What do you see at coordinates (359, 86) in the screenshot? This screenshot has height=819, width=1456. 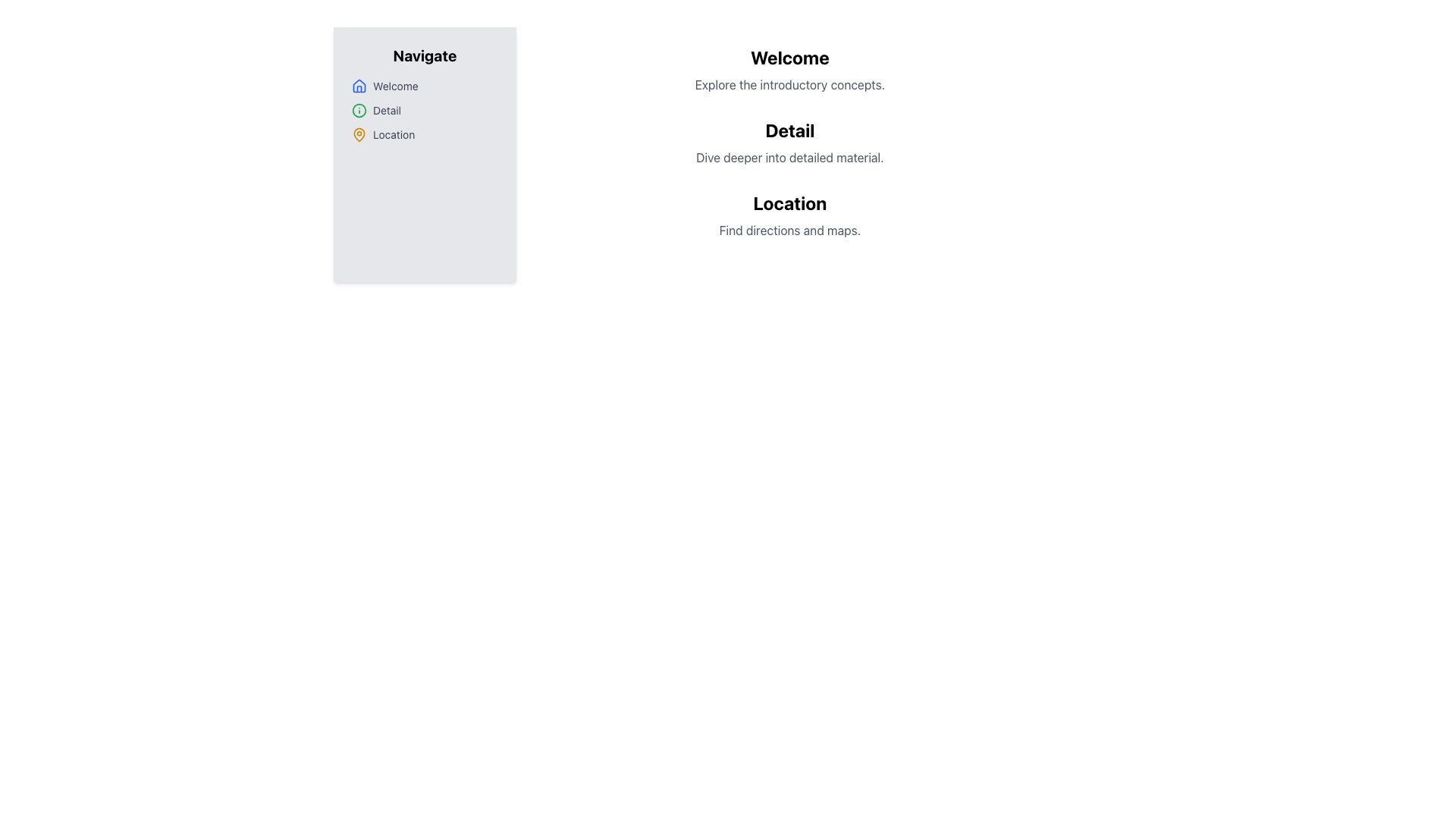 I see `the blue house silhouette icon in the sidebar navigation menu` at bounding box center [359, 86].